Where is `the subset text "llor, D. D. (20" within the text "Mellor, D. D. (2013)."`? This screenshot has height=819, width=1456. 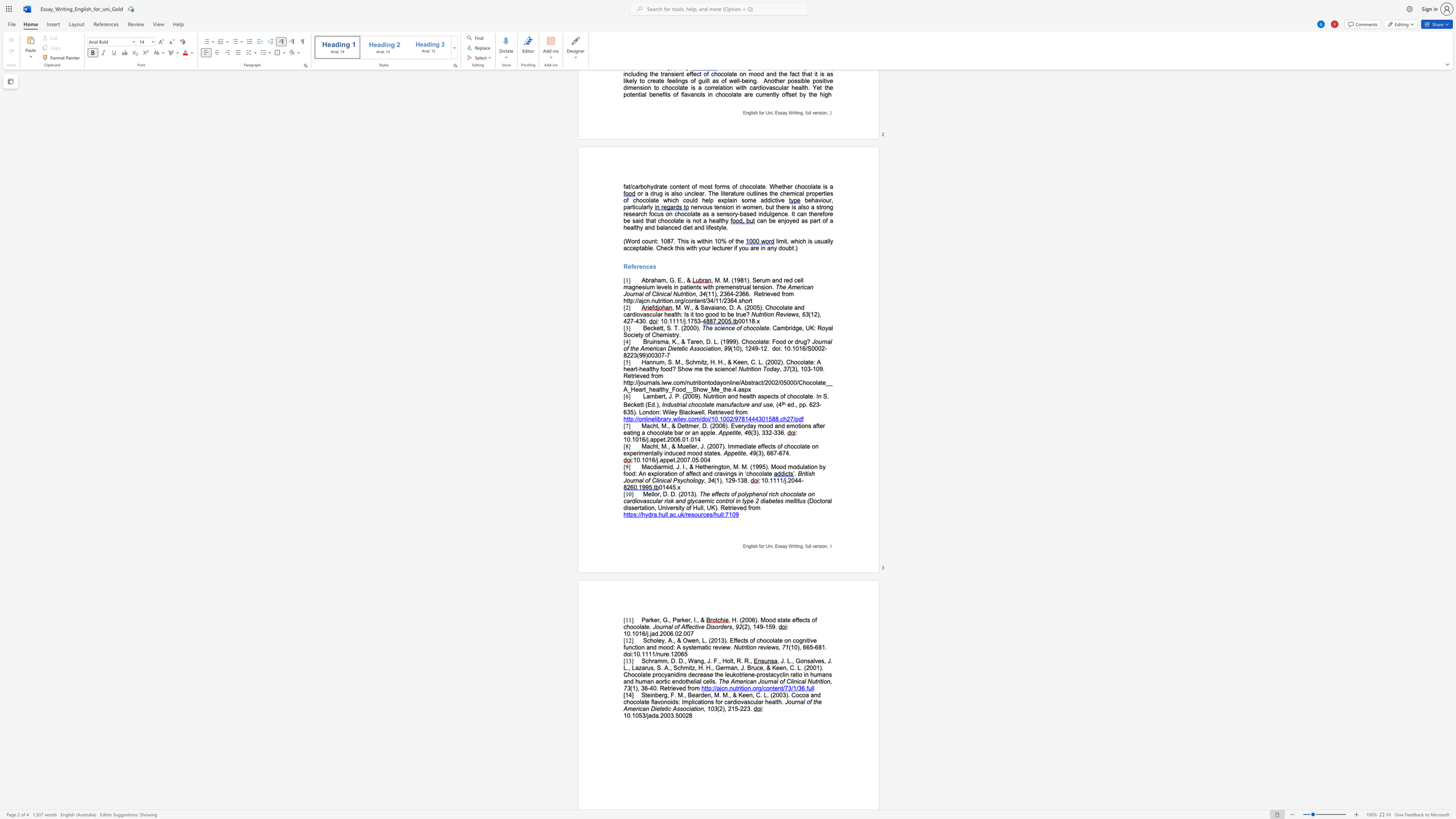 the subset text "llor, D. D. (20" within the text "Mellor, D. D. (2013)." is located at coordinates (651, 493).